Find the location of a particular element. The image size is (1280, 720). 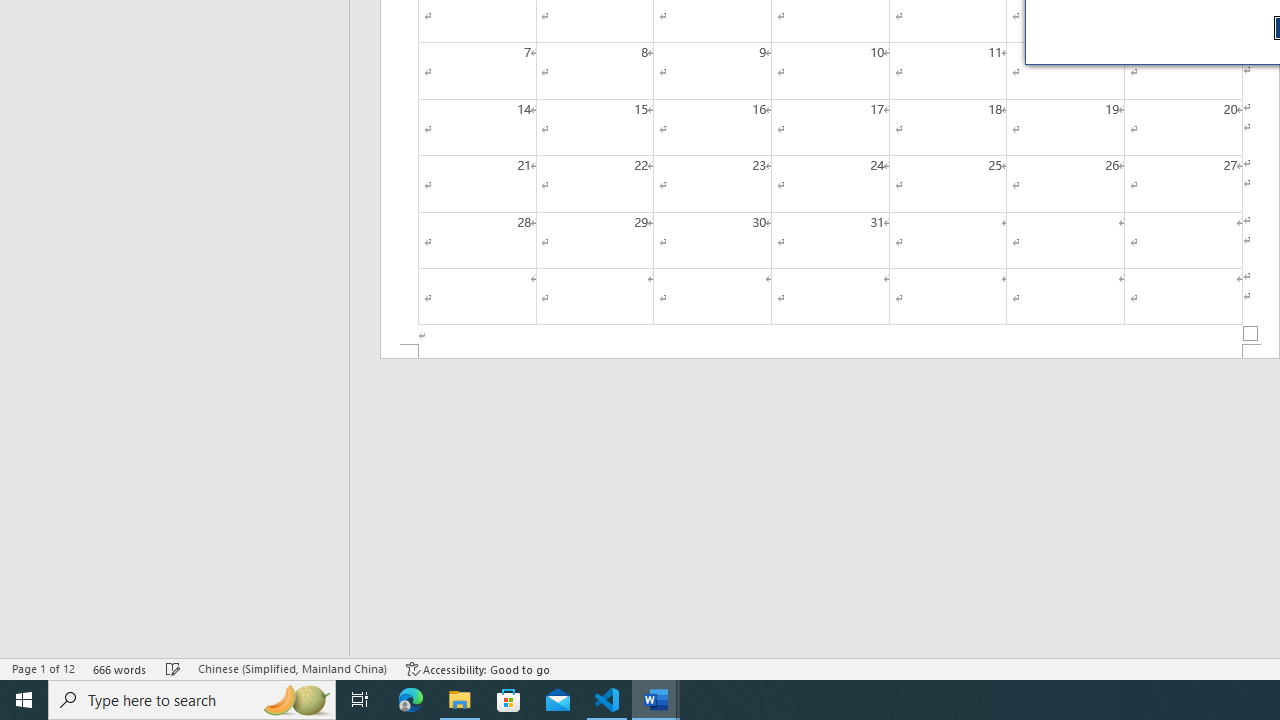

'Word Count 666 words' is located at coordinates (119, 669).